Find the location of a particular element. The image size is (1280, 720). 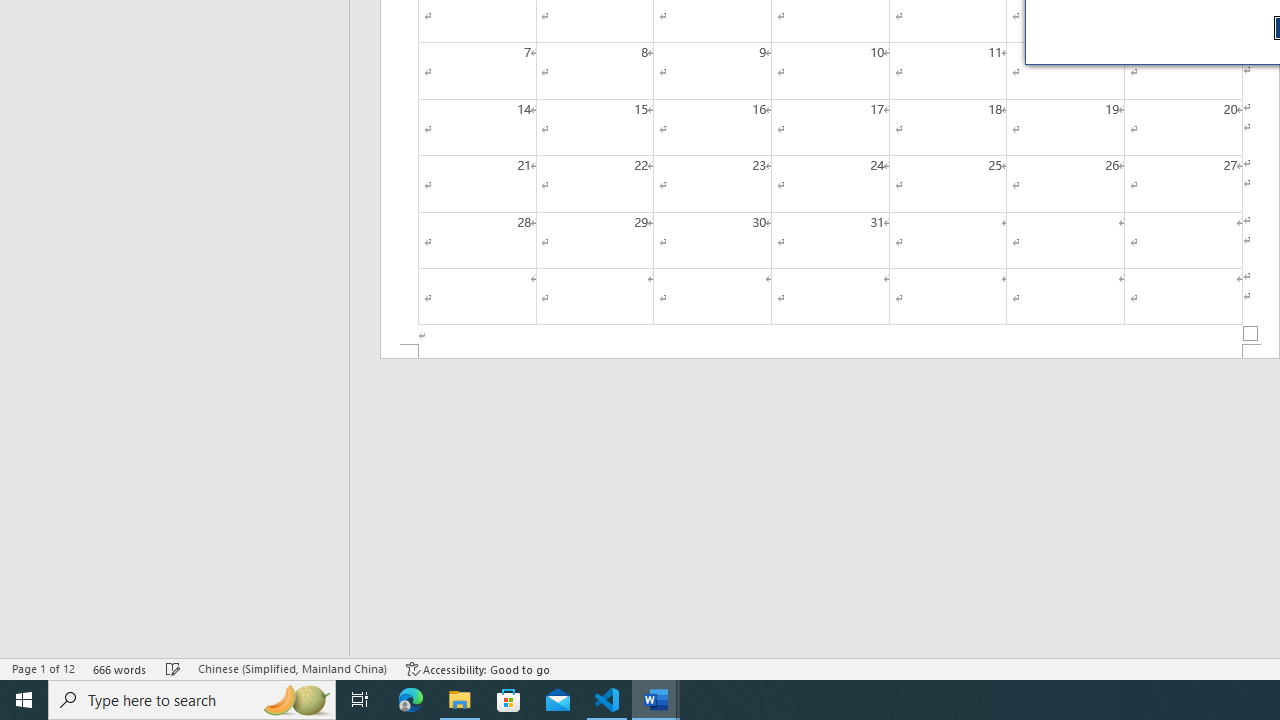

'Word Count 666 words' is located at coordinates (119, 669).